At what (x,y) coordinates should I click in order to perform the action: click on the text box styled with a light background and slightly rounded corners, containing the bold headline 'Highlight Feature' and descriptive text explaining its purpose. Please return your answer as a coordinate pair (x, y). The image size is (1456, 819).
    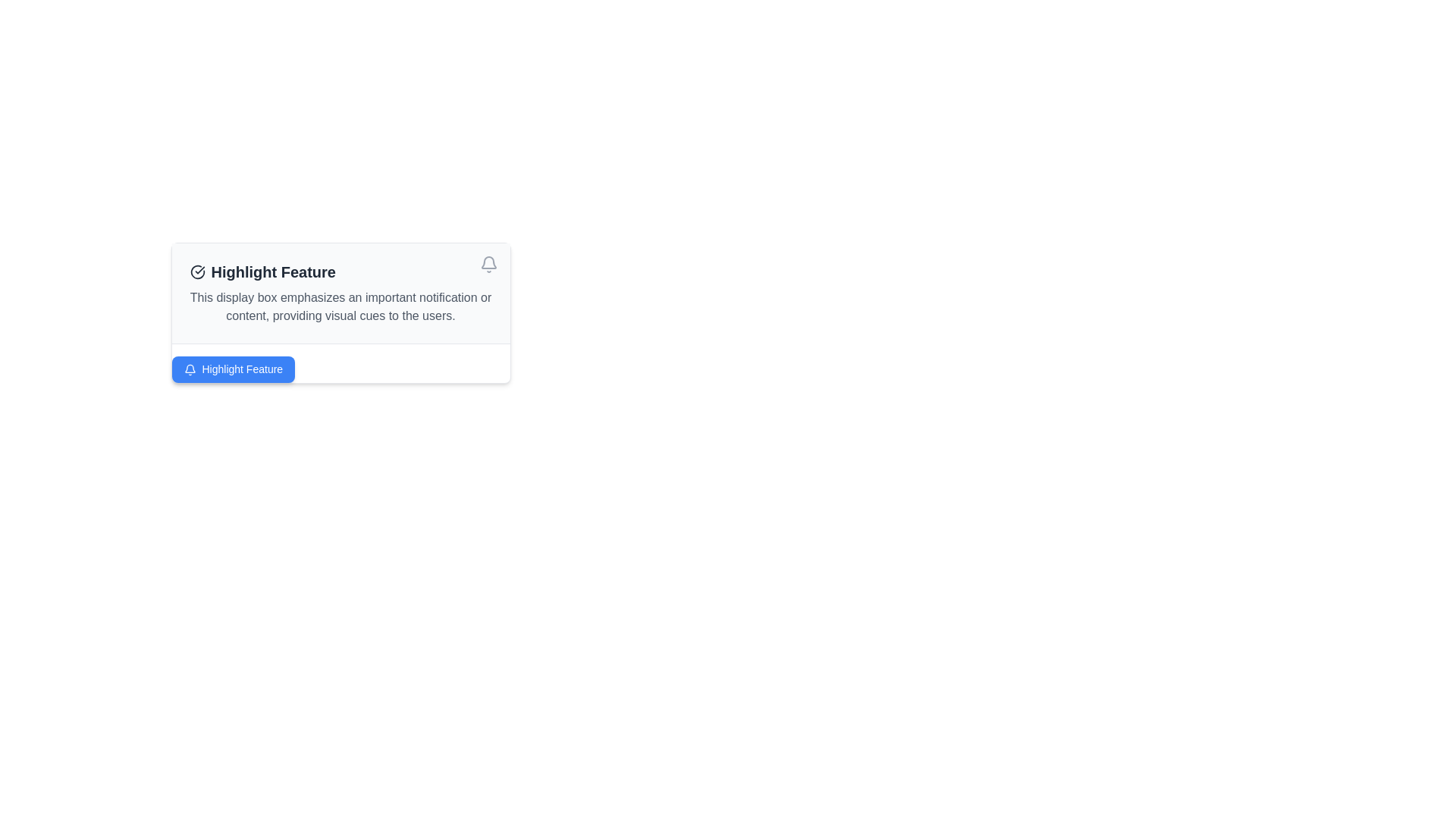
    Looking at the image, I should click on (340, 312).